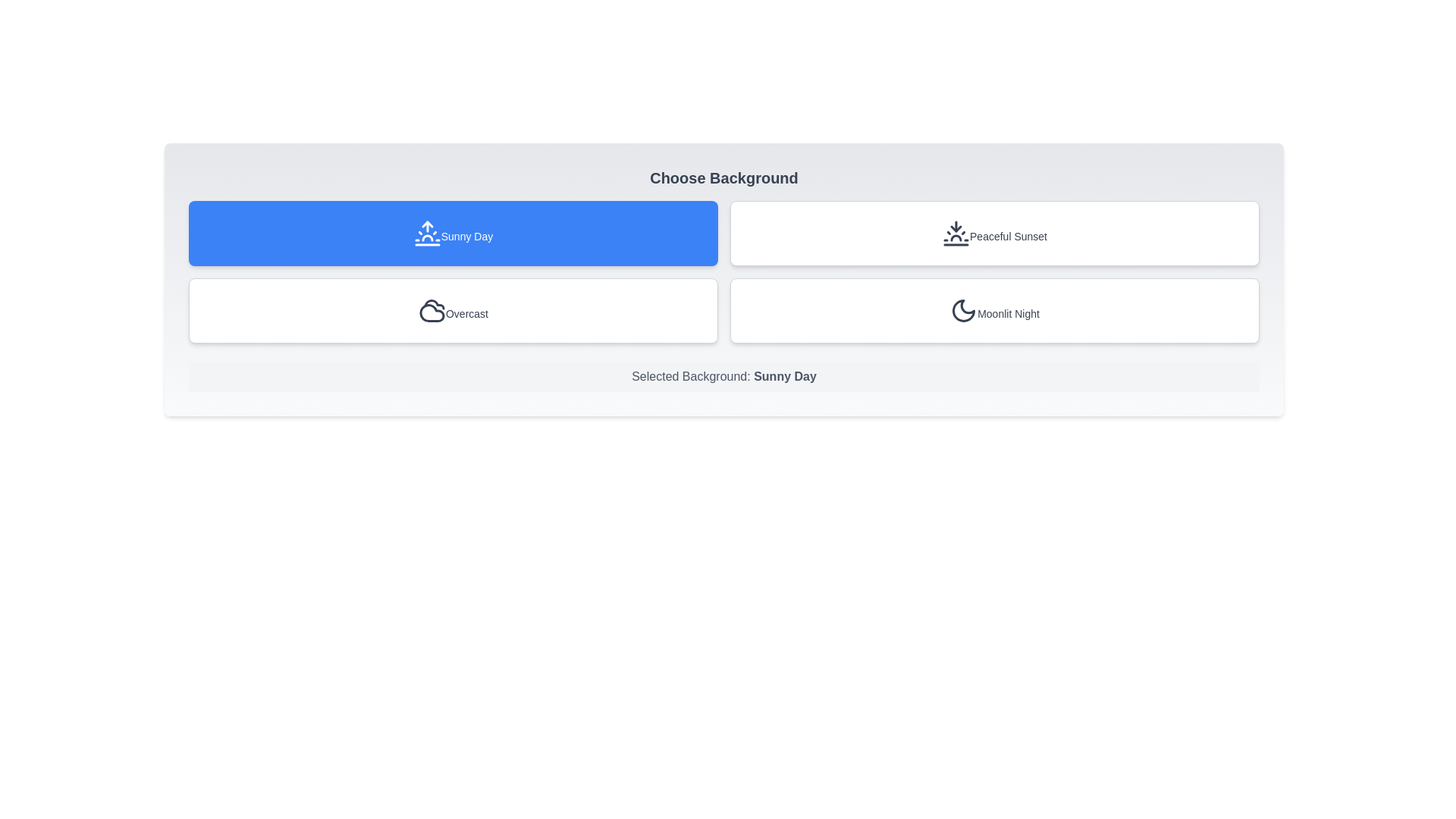  Describe the element at coordinates (994, 309) in the screenshot. I see `the background Moonlit Night by clicking its corresponding button` at that location.